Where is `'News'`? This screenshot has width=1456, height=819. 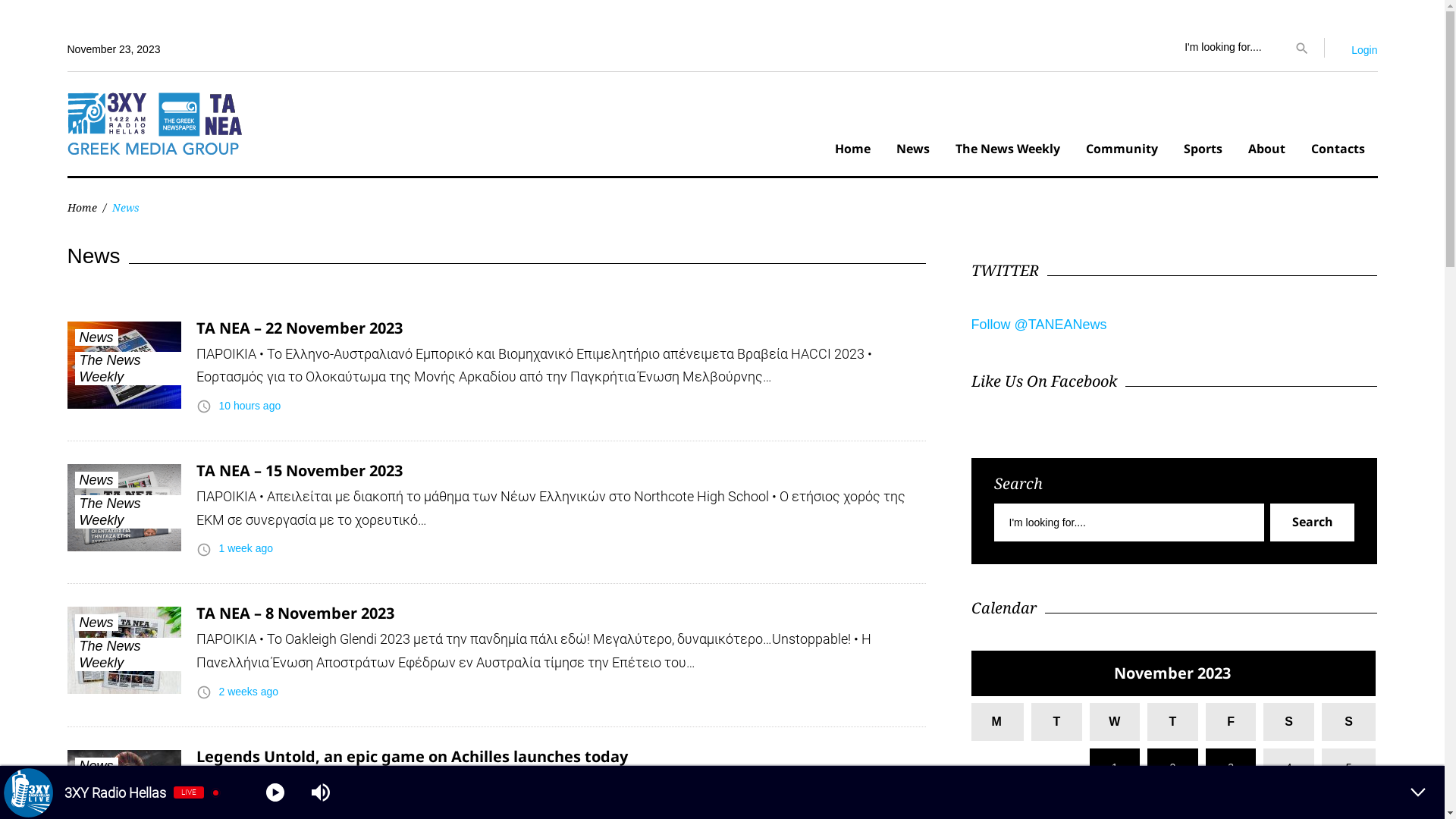
'News' is located at coordinates (95, 336).